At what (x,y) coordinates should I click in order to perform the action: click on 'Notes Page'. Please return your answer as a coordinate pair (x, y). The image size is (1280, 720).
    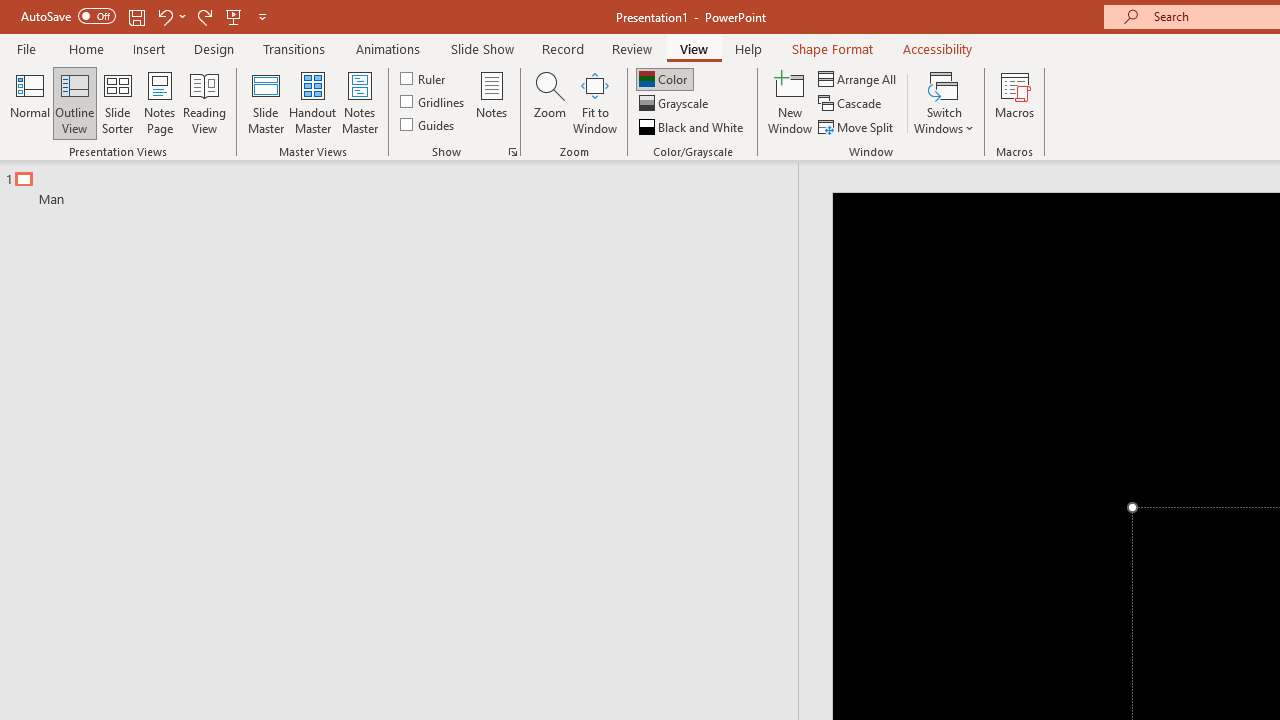
    Looking at the image, I should click on (160, 103).